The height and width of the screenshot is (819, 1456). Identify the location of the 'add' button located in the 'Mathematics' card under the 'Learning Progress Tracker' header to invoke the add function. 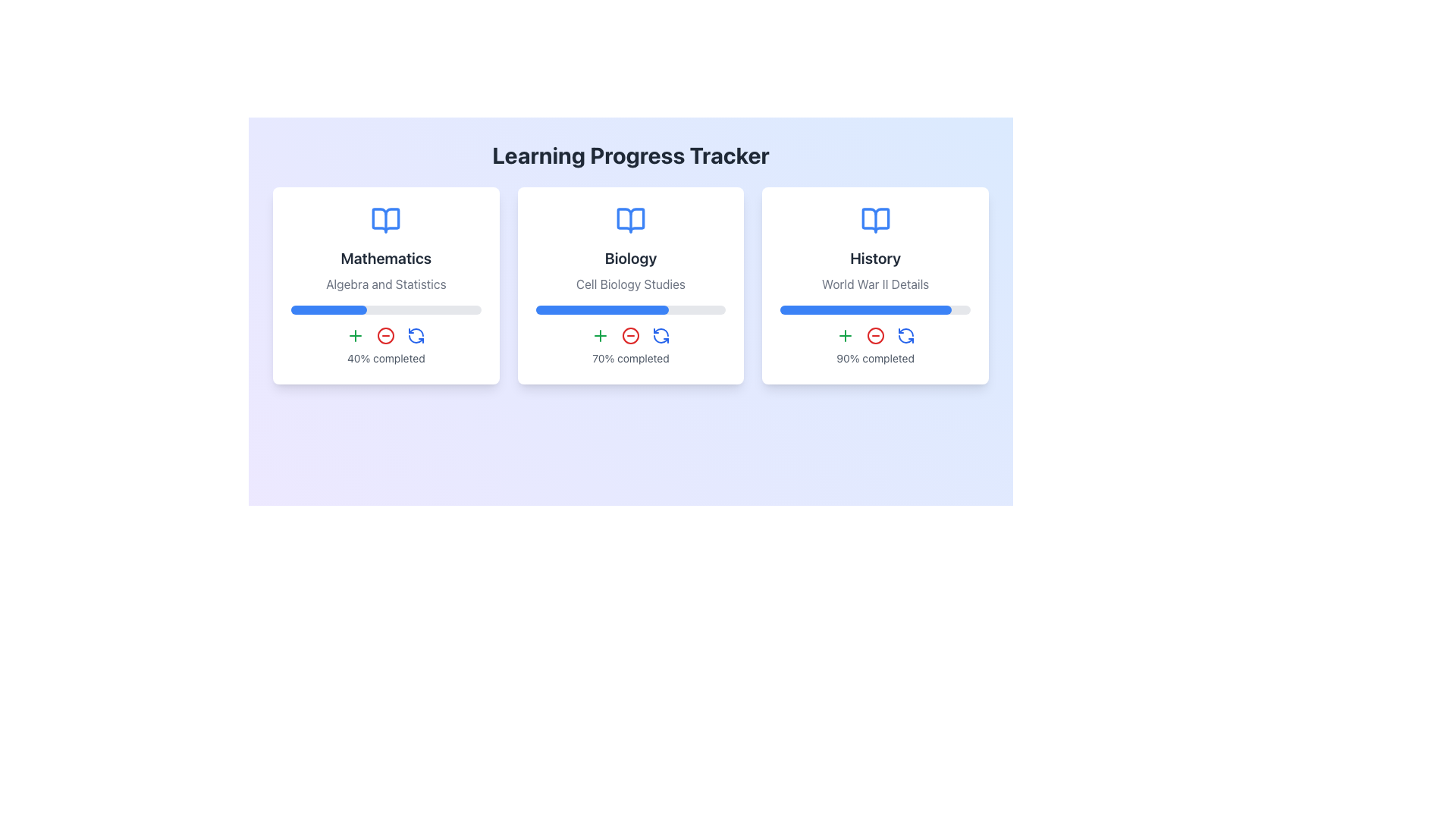
(355, 335).